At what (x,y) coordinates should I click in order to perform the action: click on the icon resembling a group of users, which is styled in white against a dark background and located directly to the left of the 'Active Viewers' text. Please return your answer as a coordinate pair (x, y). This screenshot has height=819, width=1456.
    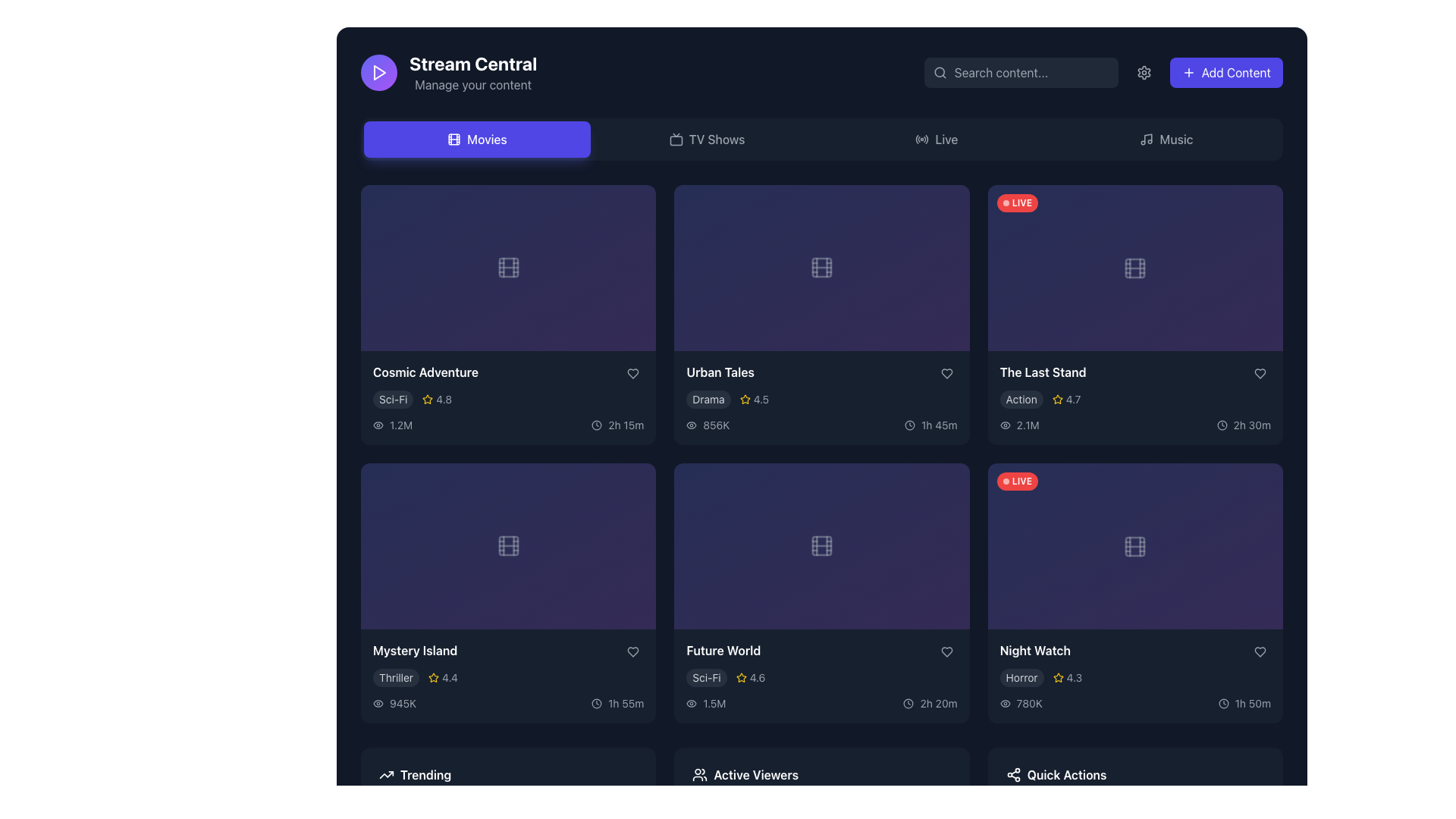
    Looking at the image, I should click on (699, 775).